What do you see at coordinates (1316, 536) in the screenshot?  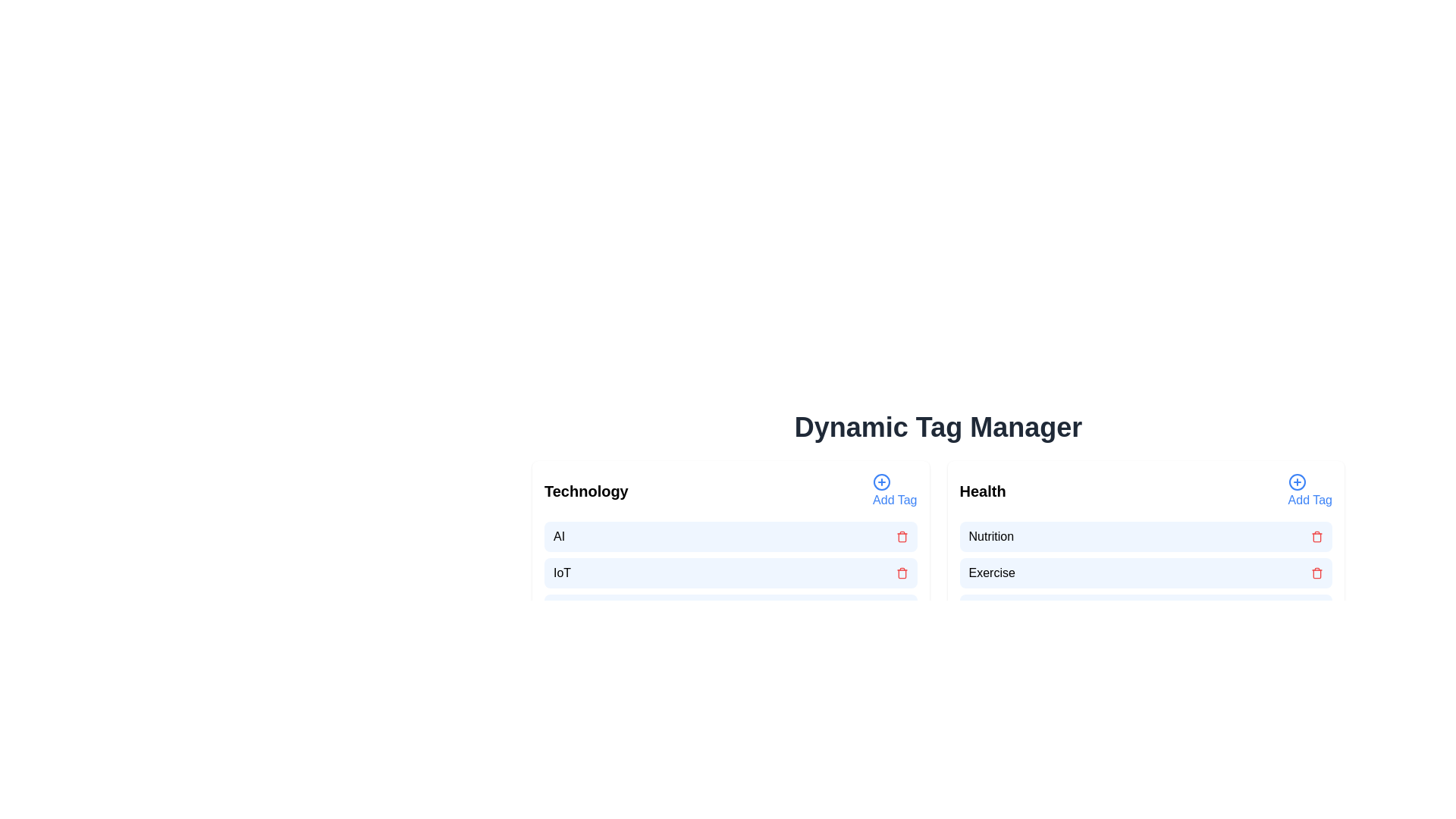 I see `the red trash can icon button located to the right of the 'Nutrition' text in the 'Health' section` at bounding box center [1316, 536].